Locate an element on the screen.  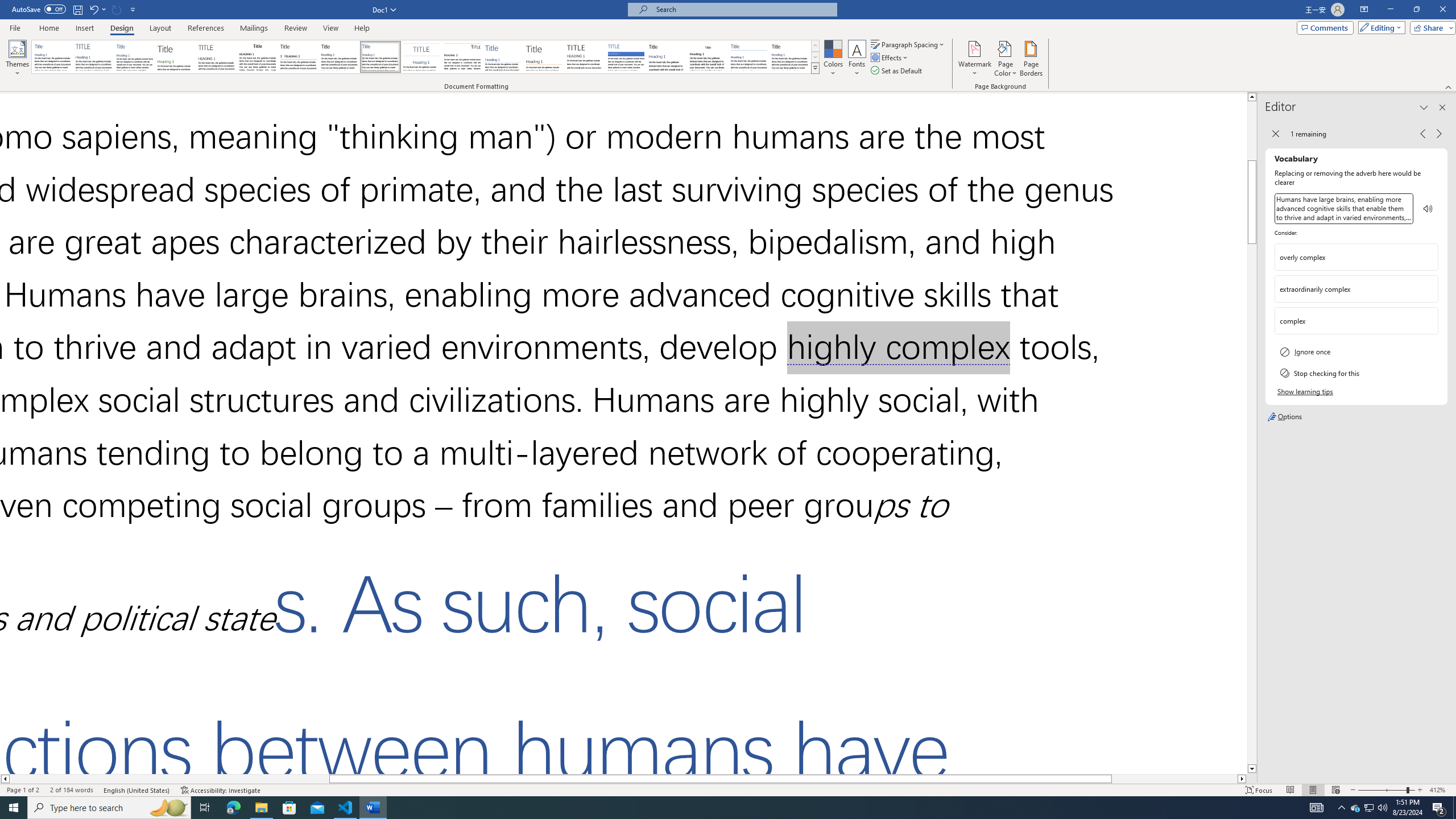
'extraordinarily complex' is located at coordinates (1356, 288).